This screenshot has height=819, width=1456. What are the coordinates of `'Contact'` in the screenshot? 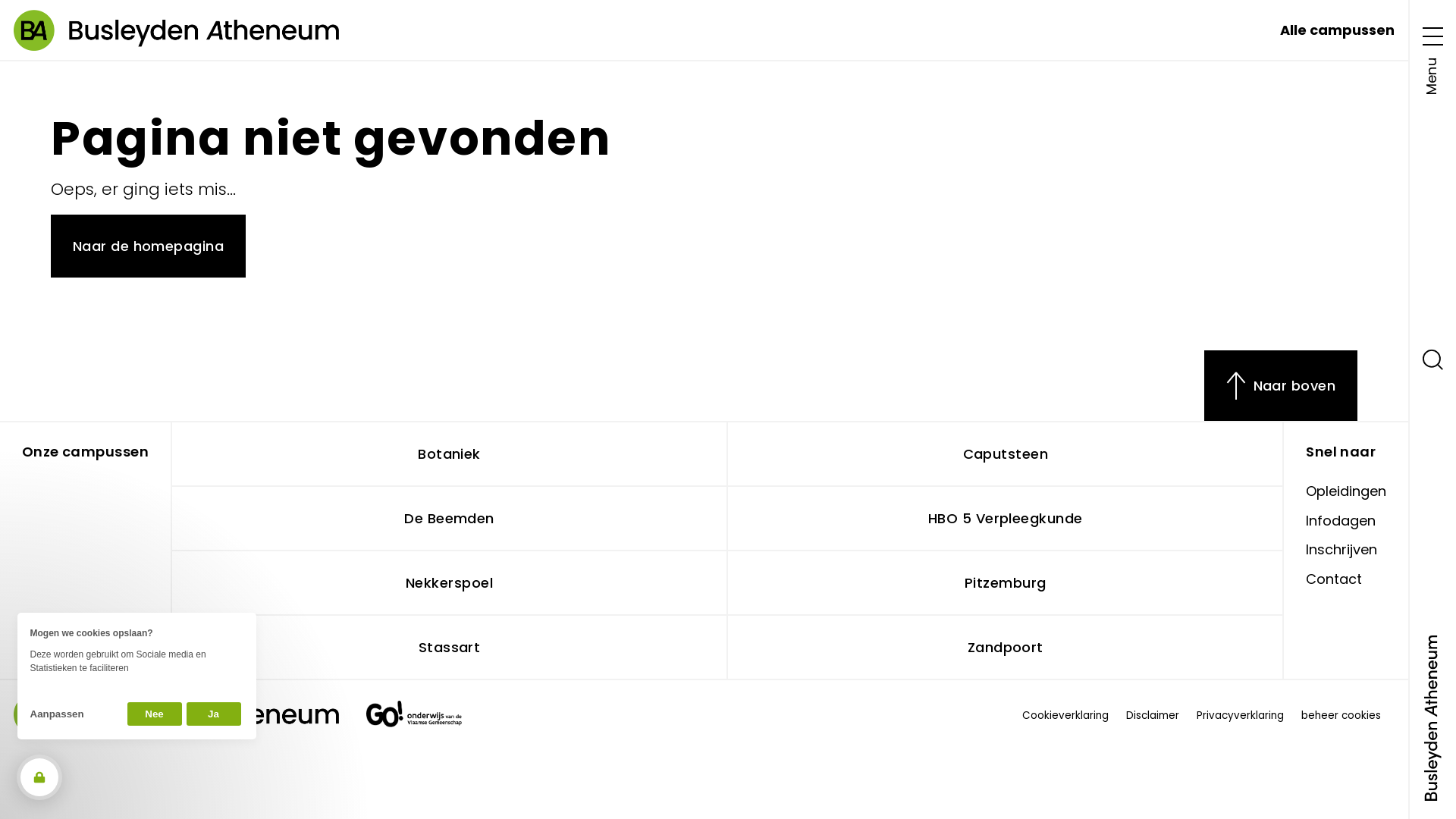 It's located at (1332, 579).